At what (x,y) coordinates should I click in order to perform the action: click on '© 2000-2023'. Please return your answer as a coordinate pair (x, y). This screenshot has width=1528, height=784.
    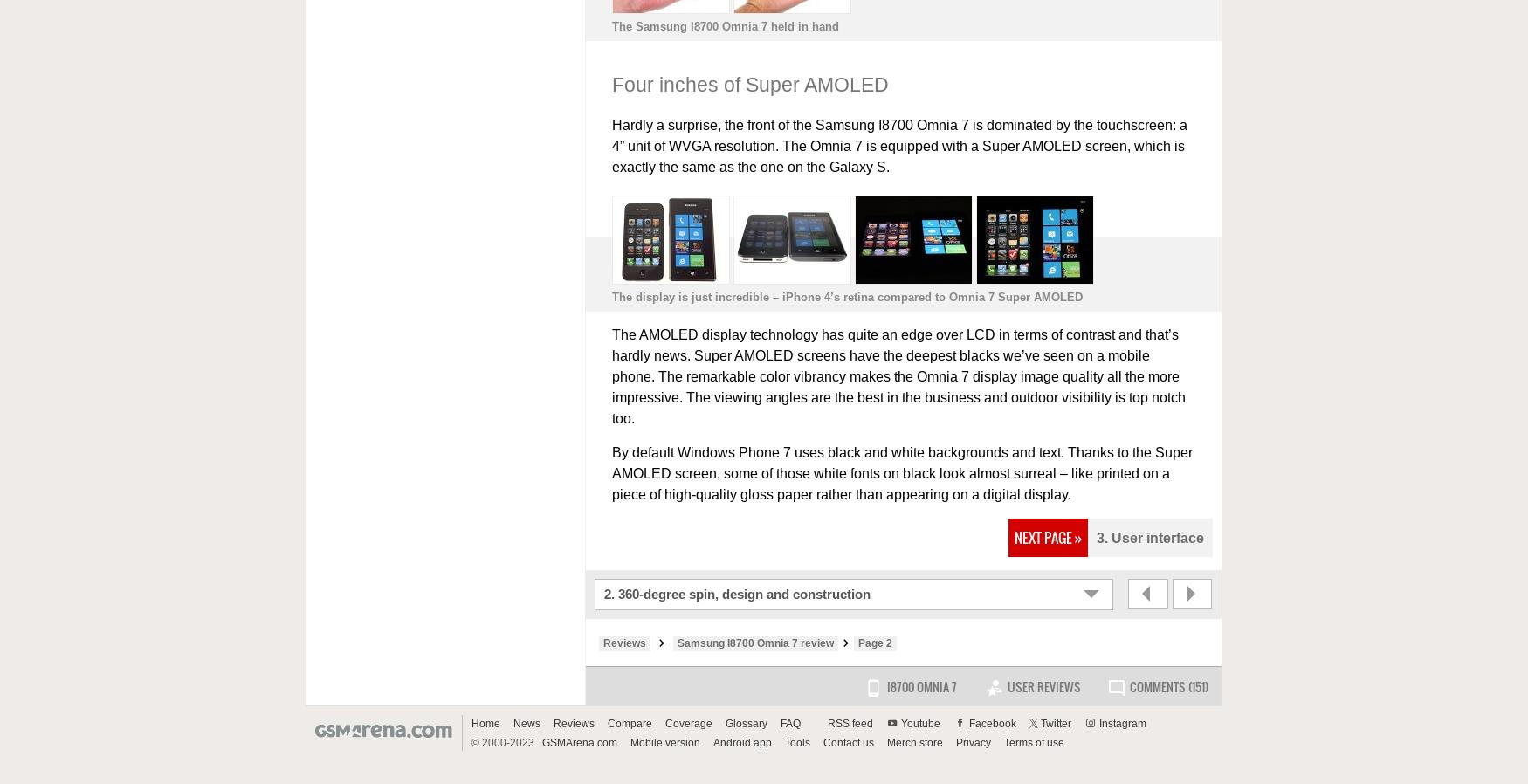
    Looking at the image, I should click on (503, 743).